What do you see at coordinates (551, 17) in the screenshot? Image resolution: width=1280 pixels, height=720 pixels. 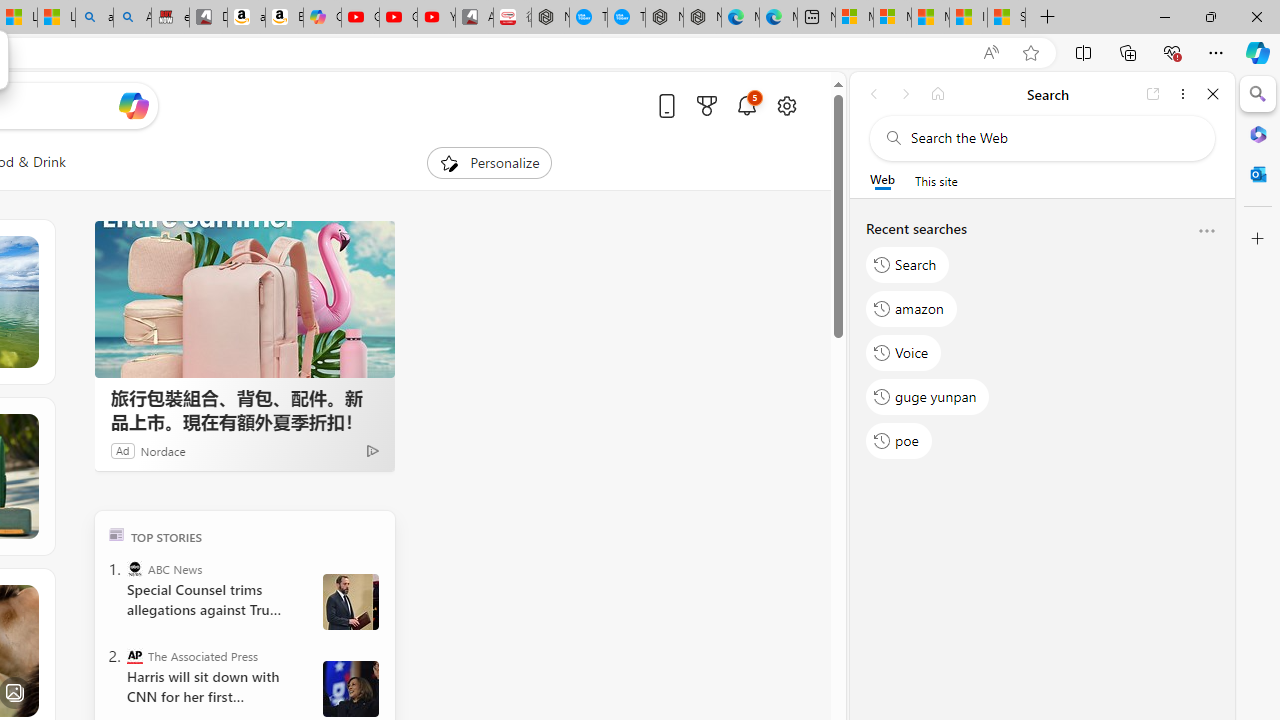 I see `'Nordace - My Account'` at bounding box center [551, 17].